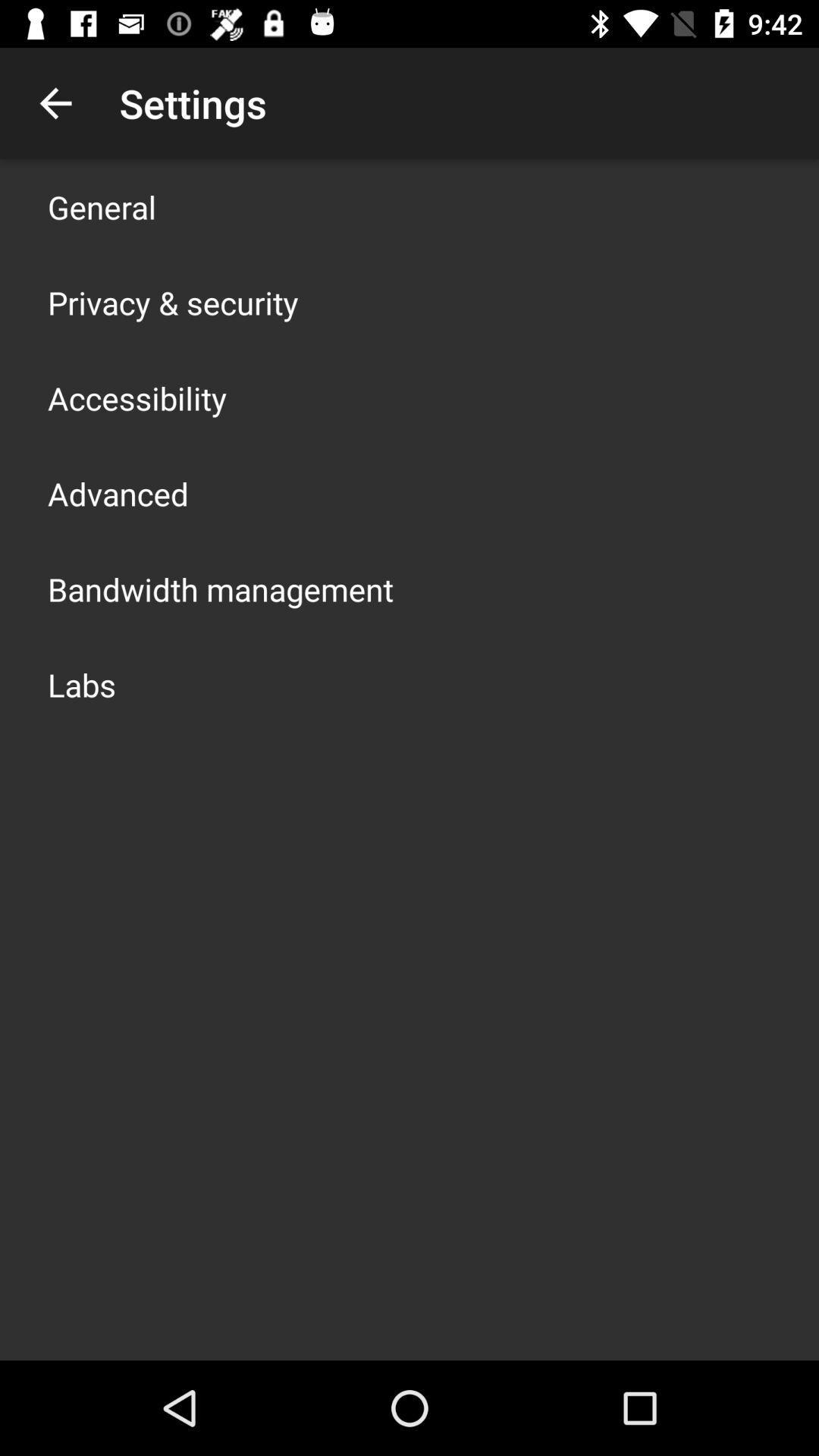 This screenshot has height=1456, width=819. I want to click on item below the advanced item, so click(220, 588).